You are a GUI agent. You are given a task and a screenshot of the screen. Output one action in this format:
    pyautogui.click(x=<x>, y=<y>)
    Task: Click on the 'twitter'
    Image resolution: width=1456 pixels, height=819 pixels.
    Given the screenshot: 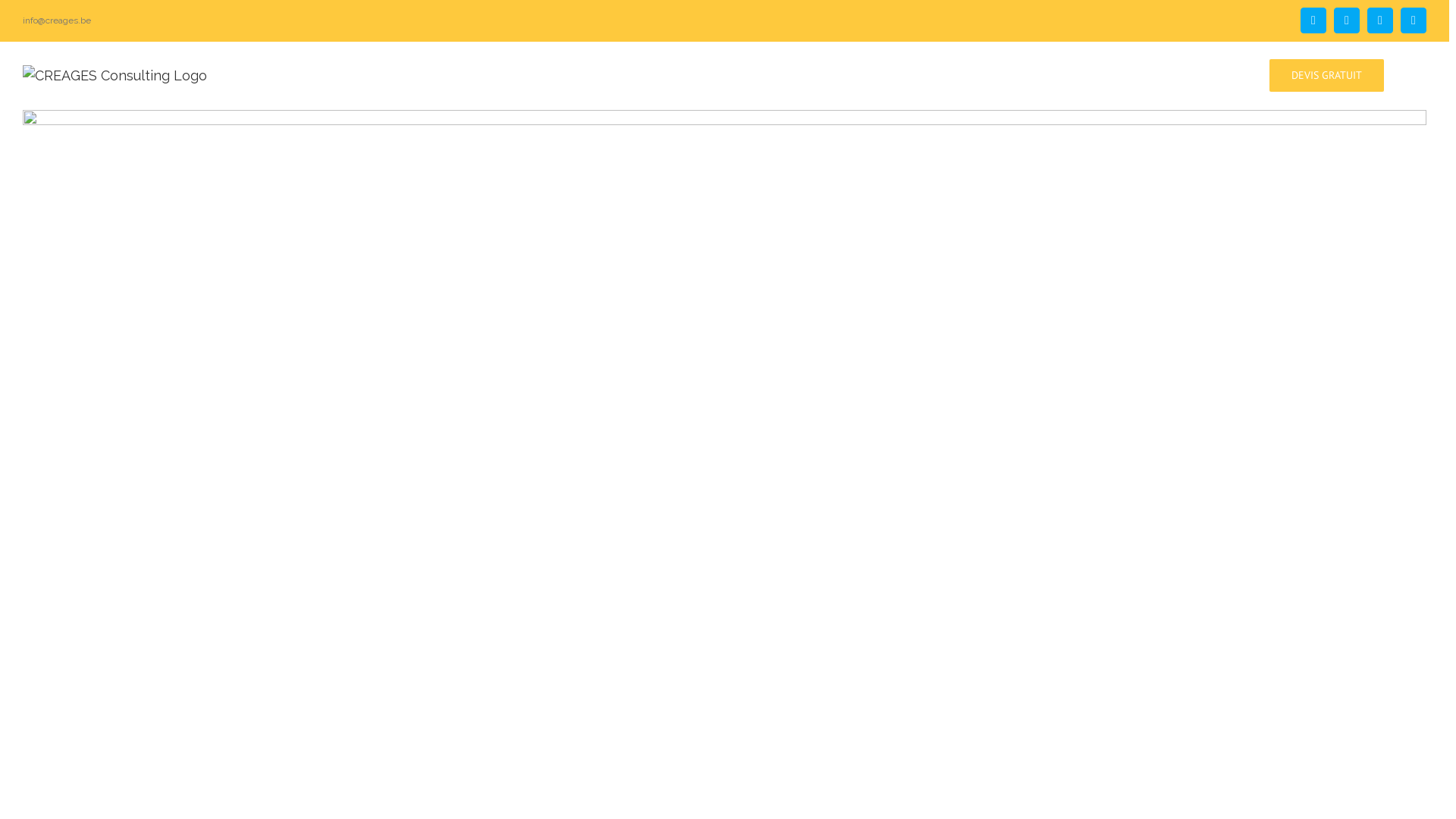 What is the action you would take?
    pyautogui.click(x=1347, y=20)
    